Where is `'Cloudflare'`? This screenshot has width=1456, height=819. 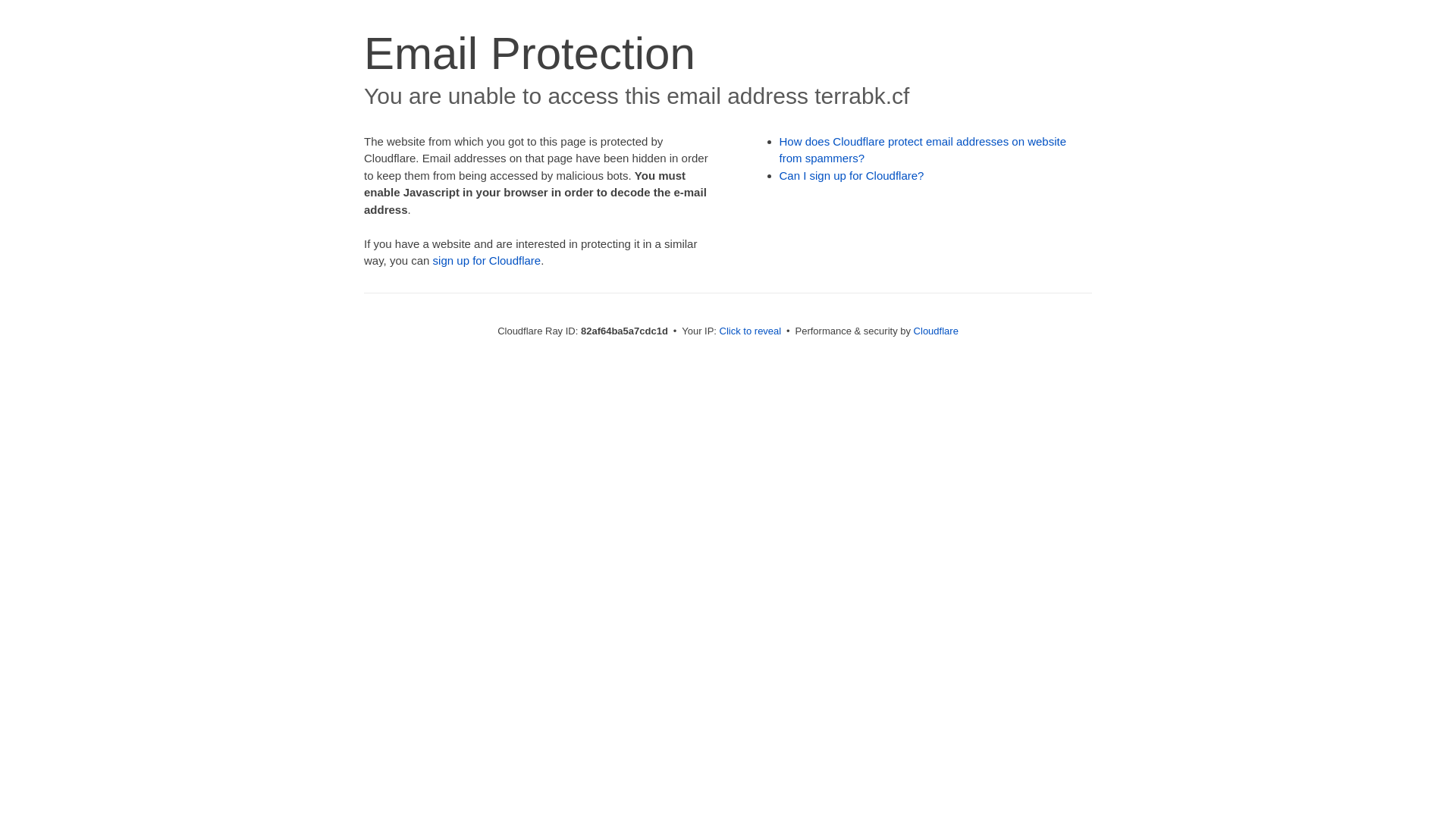 'Cloudflare' is located at coordinates (935, 330).